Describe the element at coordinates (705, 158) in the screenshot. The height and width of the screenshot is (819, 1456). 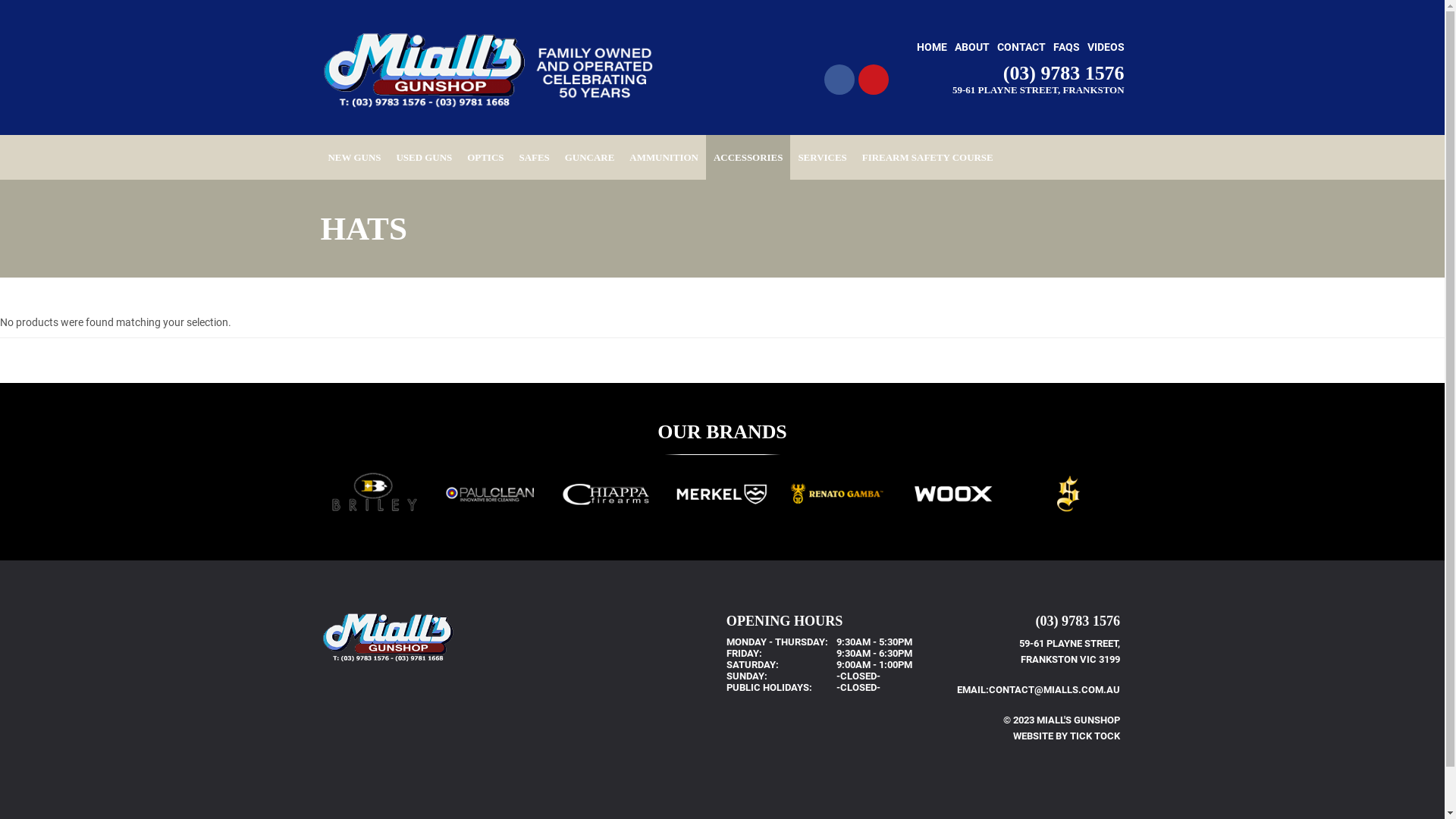
I see `'ACCESSORIES'` at that location.